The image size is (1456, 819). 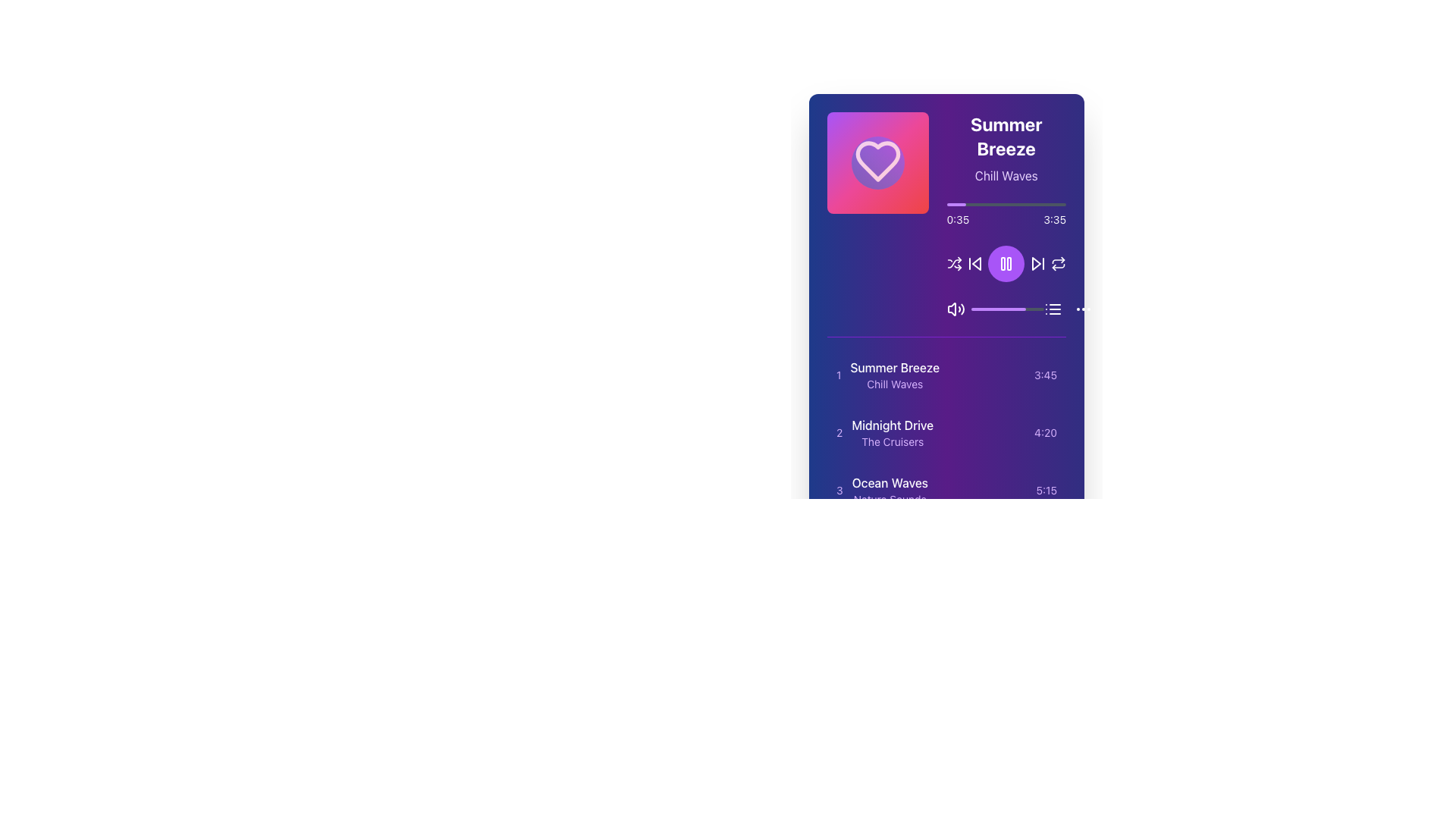 What do you see at coordinates (1006, 205) in the screenshot?
I see `visual progress of the thin horizontal progress bar located under 'Summer Breeze' and above the audio control buttons` at bounding box center [1006, 205].